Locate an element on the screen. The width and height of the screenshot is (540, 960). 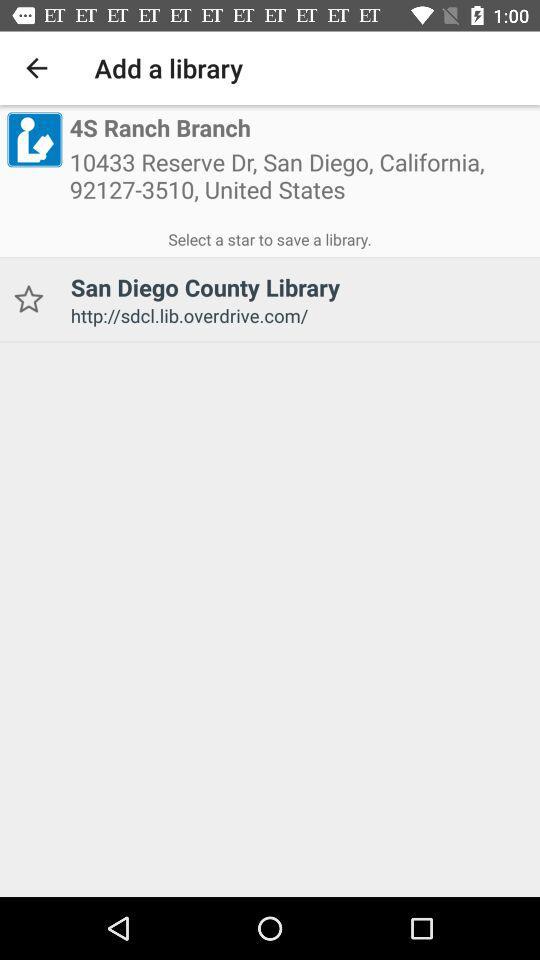
item next to 4s ranch branch icon is located at coordinates (33, 138).